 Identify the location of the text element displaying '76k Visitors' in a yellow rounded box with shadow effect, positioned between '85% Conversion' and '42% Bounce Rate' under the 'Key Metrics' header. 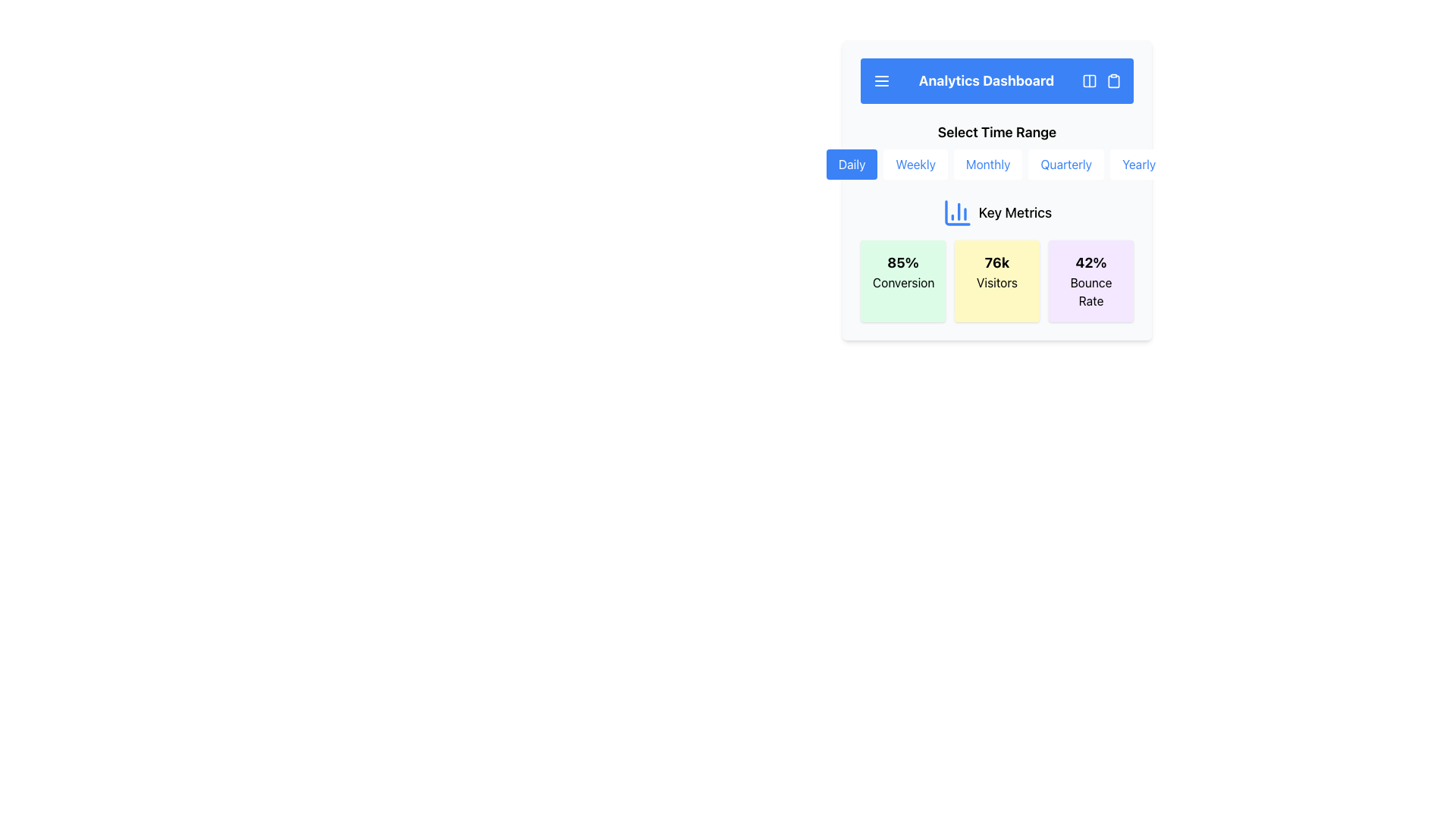
(997, 281).